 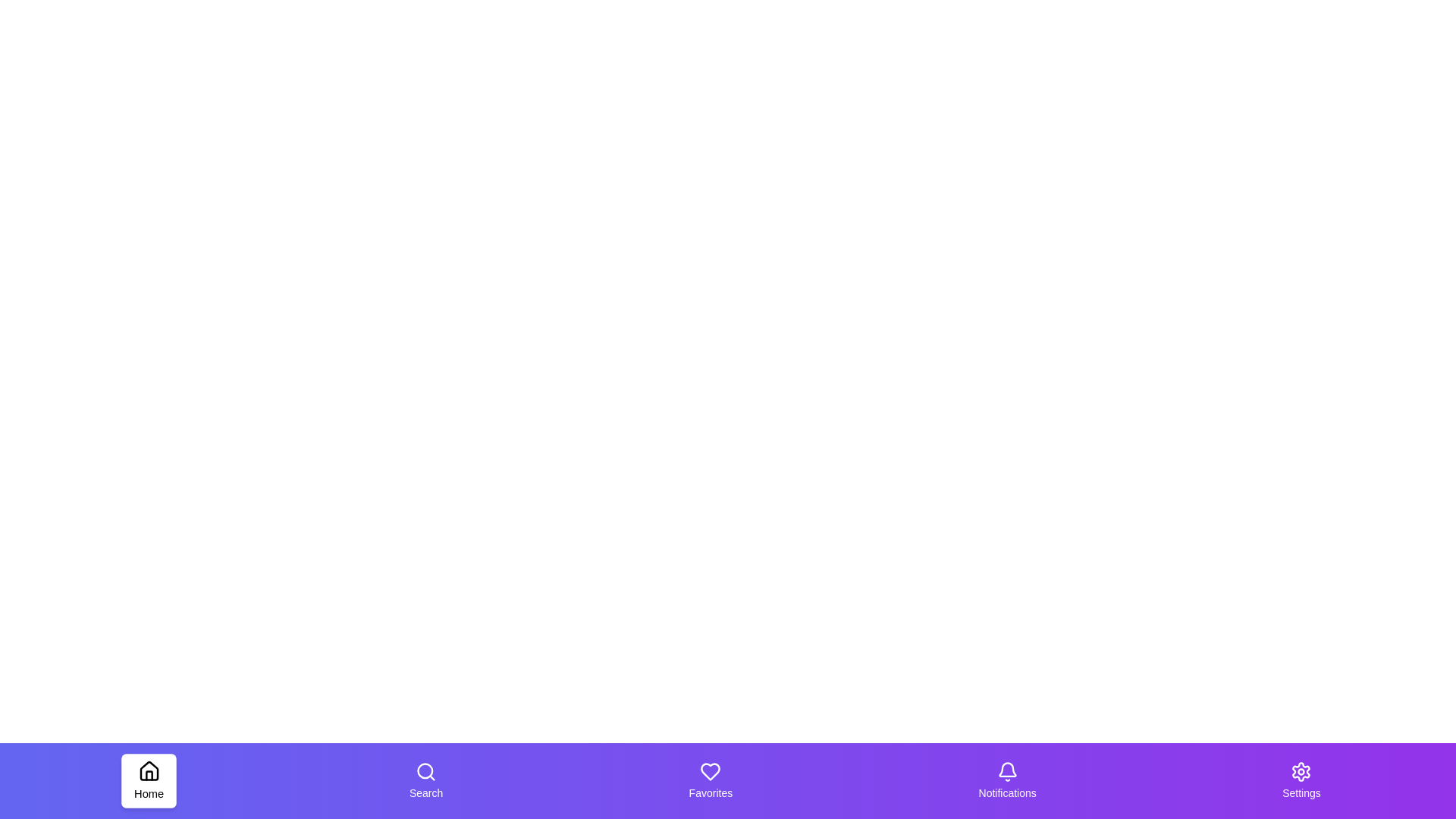 I want to click on the tab labeled Settings, so click(x=1301, y=780).